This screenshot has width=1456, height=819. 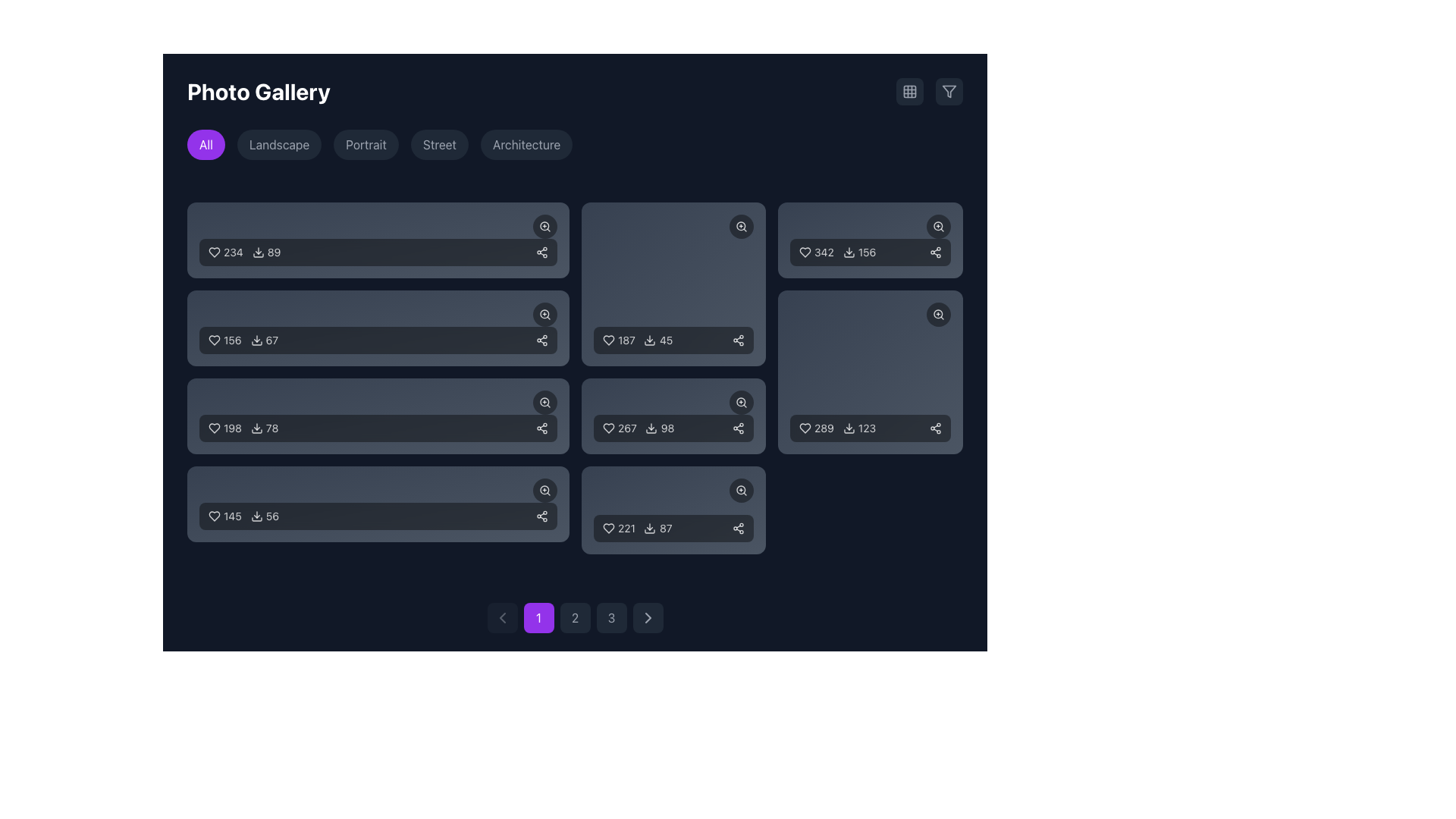 I want to click on the text label displaying the number '78' indicating downloads, positioned next to the download icon in the gallery interface, so click(x=272, y=428).